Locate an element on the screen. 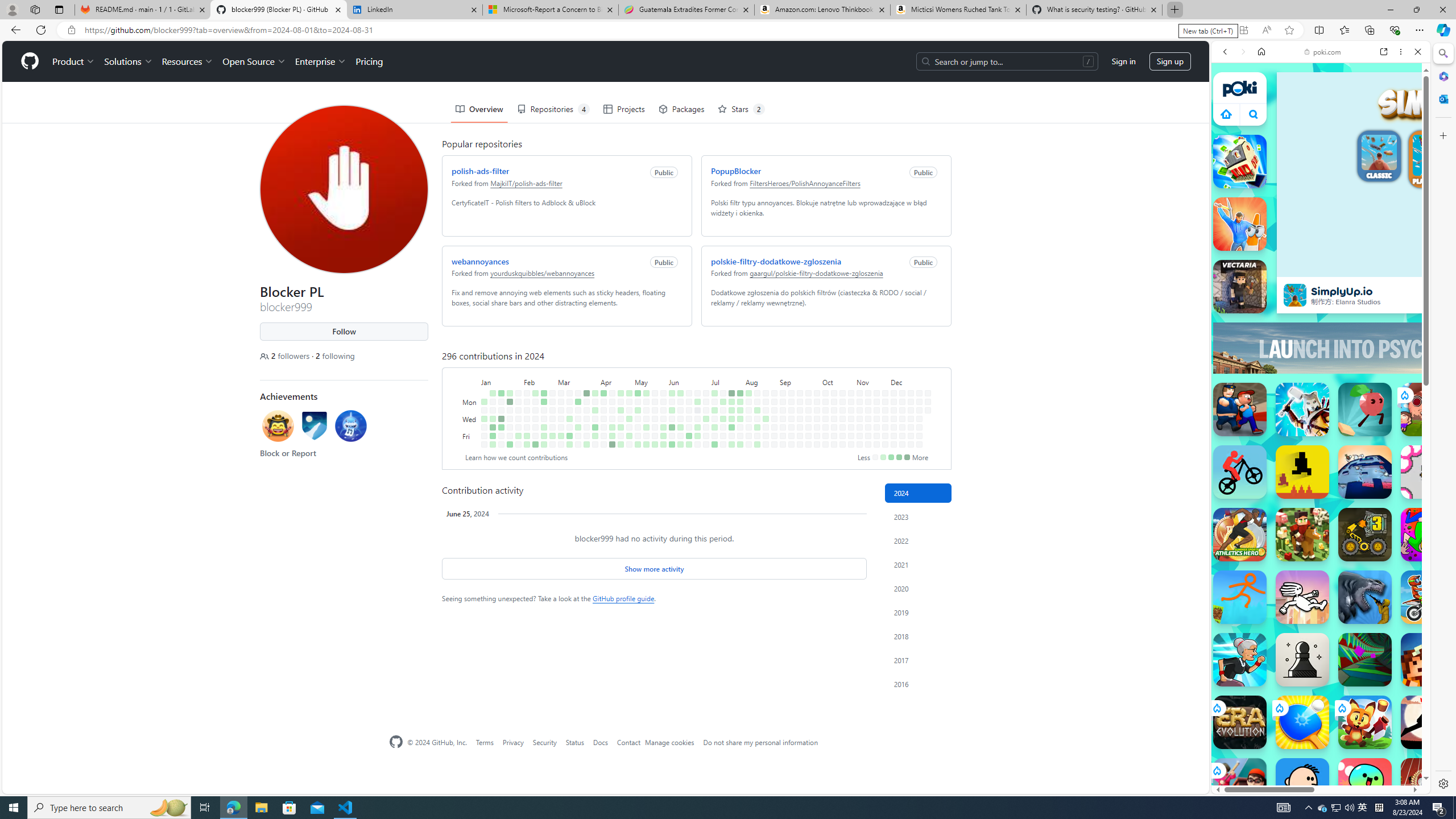 The image size is (1456, 819). '3 contributions on April 27th.' is located at coordinates (621, 444).